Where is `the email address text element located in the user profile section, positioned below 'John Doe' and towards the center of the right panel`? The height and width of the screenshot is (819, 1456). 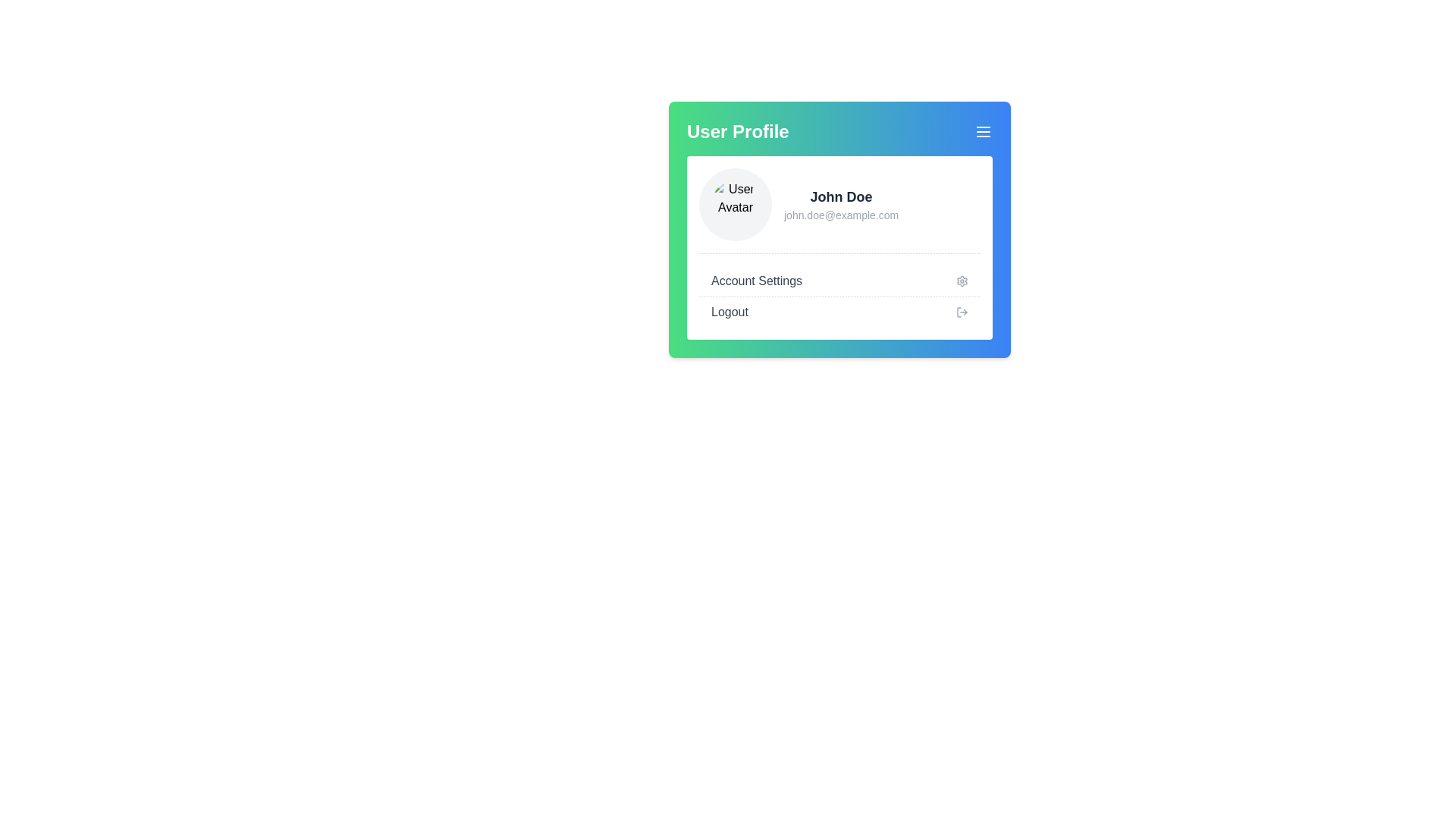 the email address text element located in the user profile section, positioned below 'John Doe' and towards the center of the right panel is located at coordinates (840, 215).